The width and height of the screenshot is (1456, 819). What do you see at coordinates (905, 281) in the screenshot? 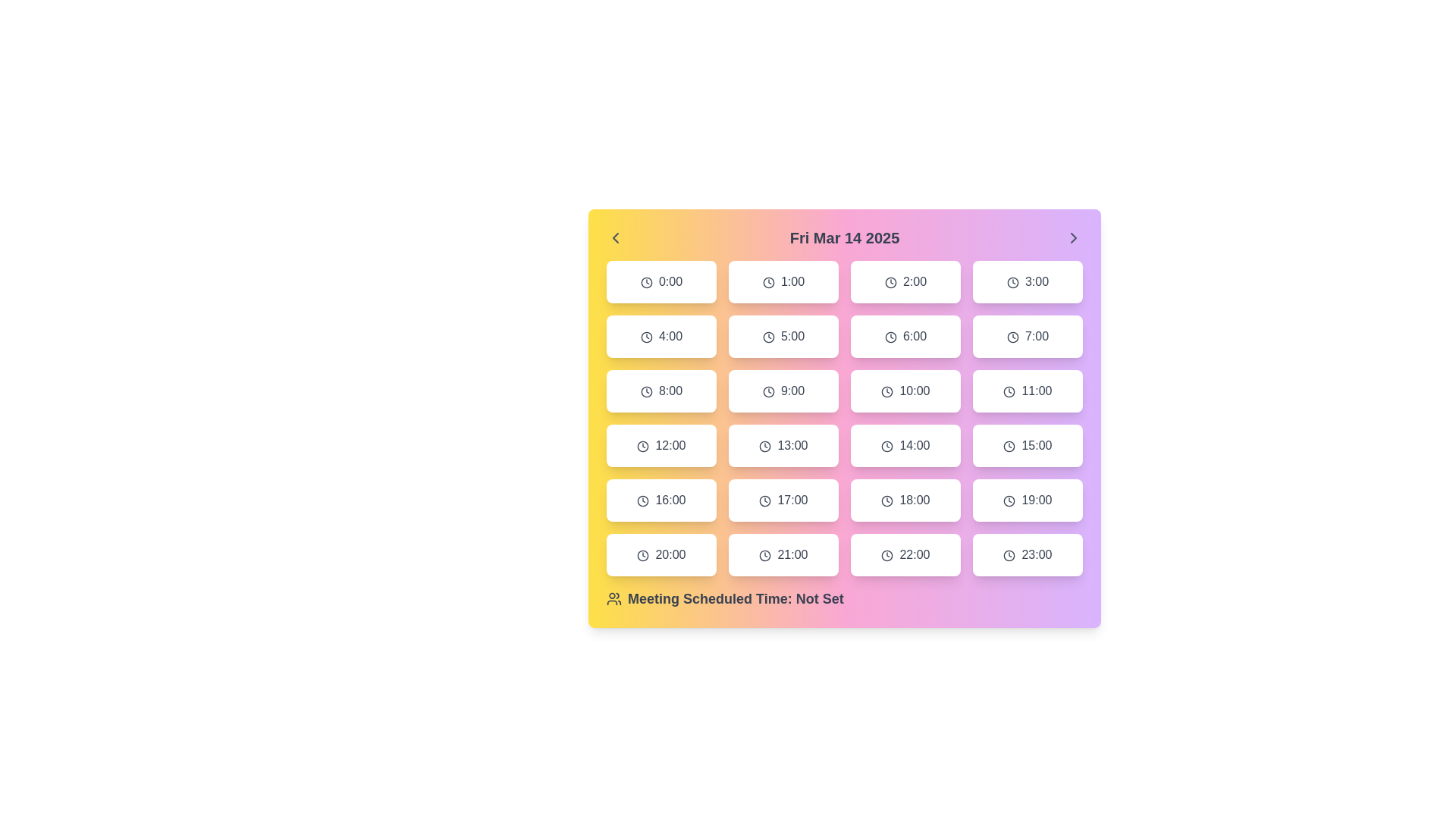
I see `the rectangular button with rounded corners displaying '2:00' in gray font to observe the scaling effect` at bounding box center [905, 281].